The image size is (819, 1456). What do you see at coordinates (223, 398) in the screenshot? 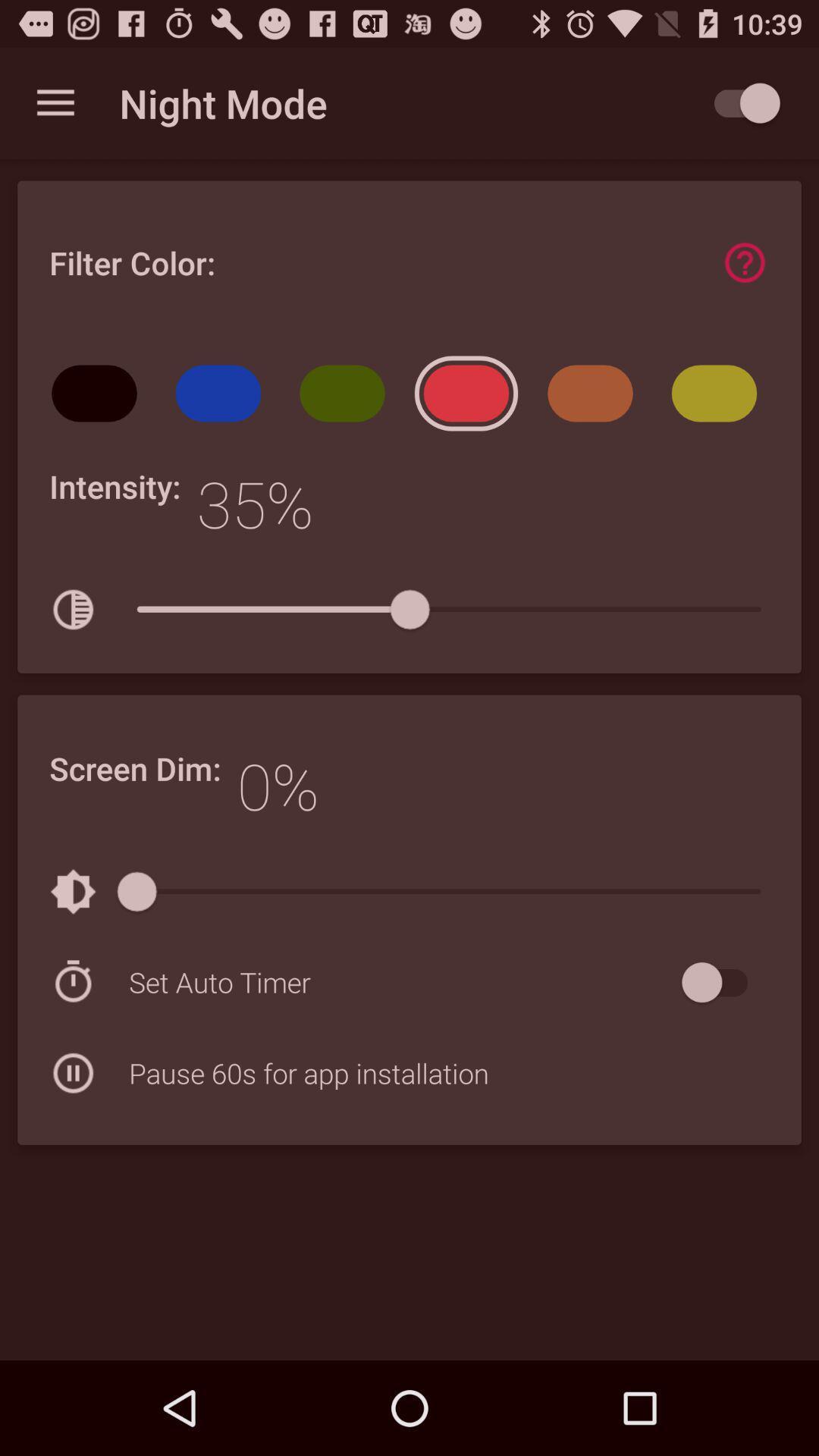
I see `the icon below filter color: item` at bounding box center [223, 398].